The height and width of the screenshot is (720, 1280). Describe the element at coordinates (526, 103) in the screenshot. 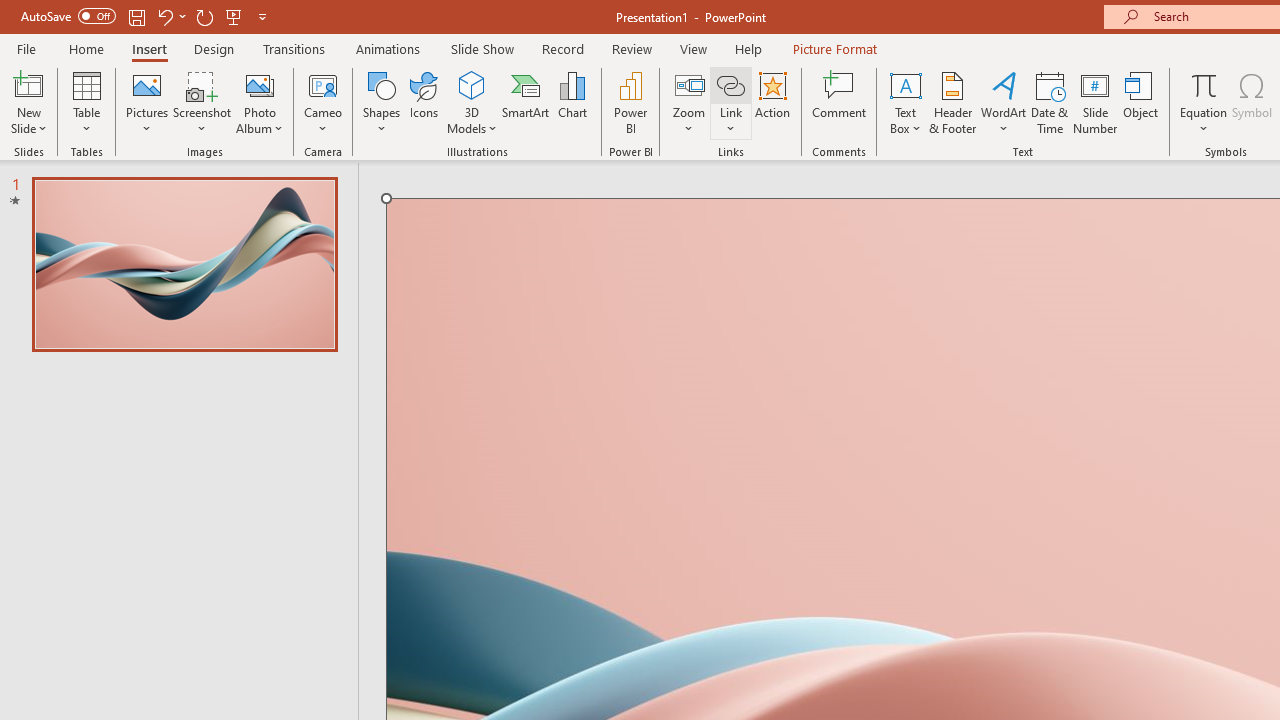

I see `'SmartArt...'` at that location.